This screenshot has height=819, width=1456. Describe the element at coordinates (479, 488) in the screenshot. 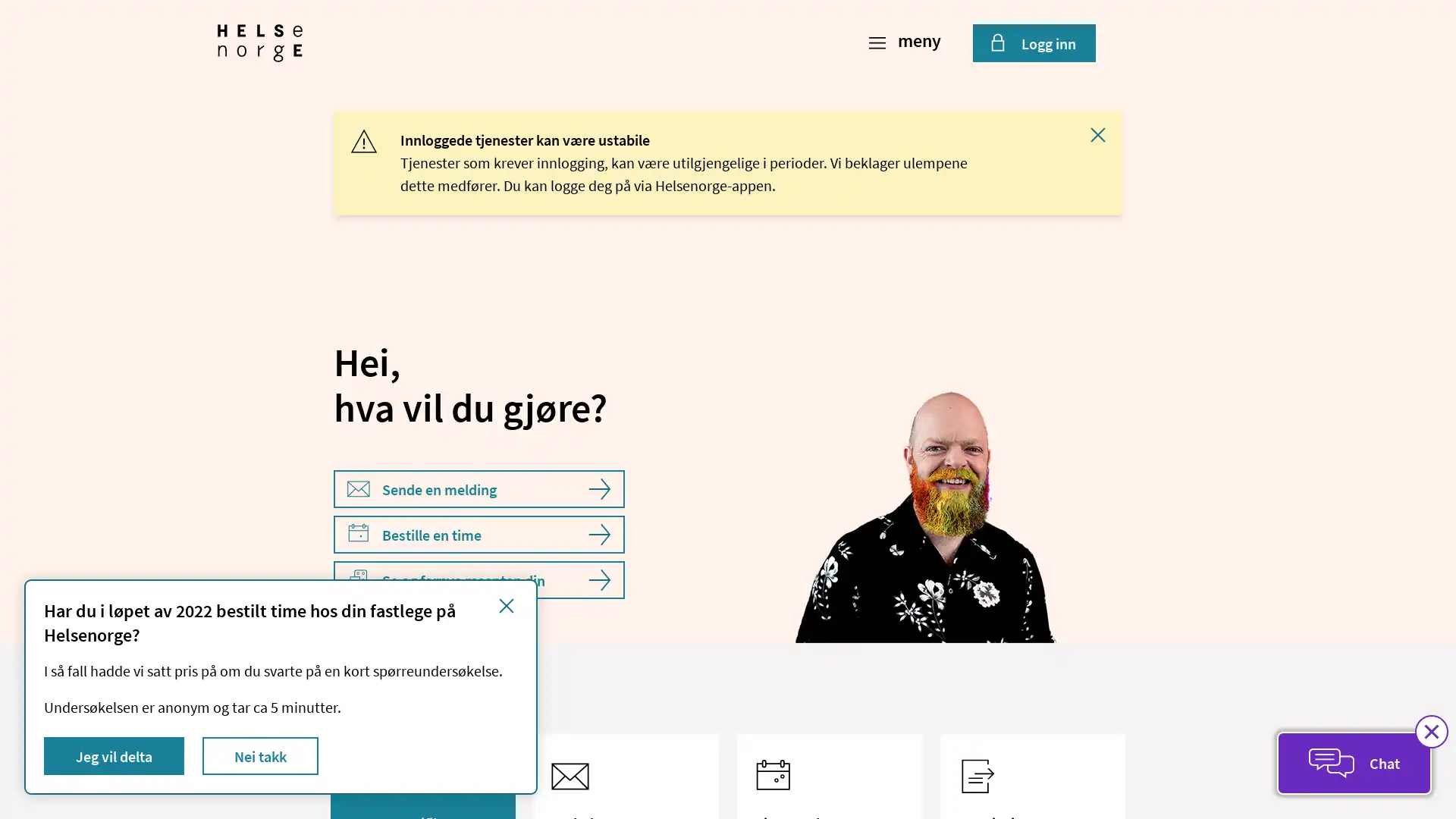

I see `Sende en melding` at that location.